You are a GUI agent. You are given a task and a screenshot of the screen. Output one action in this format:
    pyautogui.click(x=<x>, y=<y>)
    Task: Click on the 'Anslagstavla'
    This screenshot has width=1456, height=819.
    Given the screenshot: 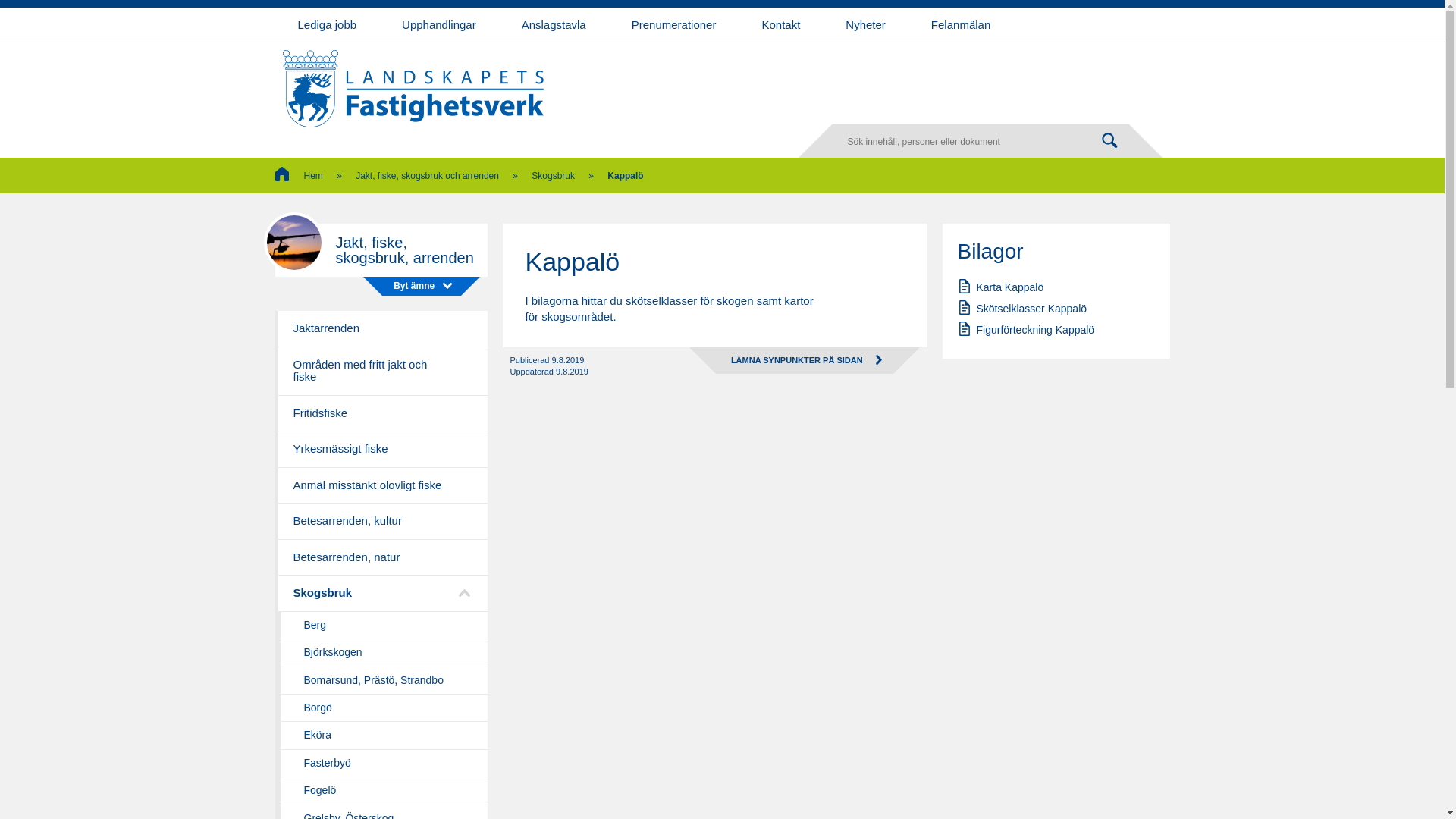 What is the action you would take?
    pyautogui.click(x=553, y=24)
    